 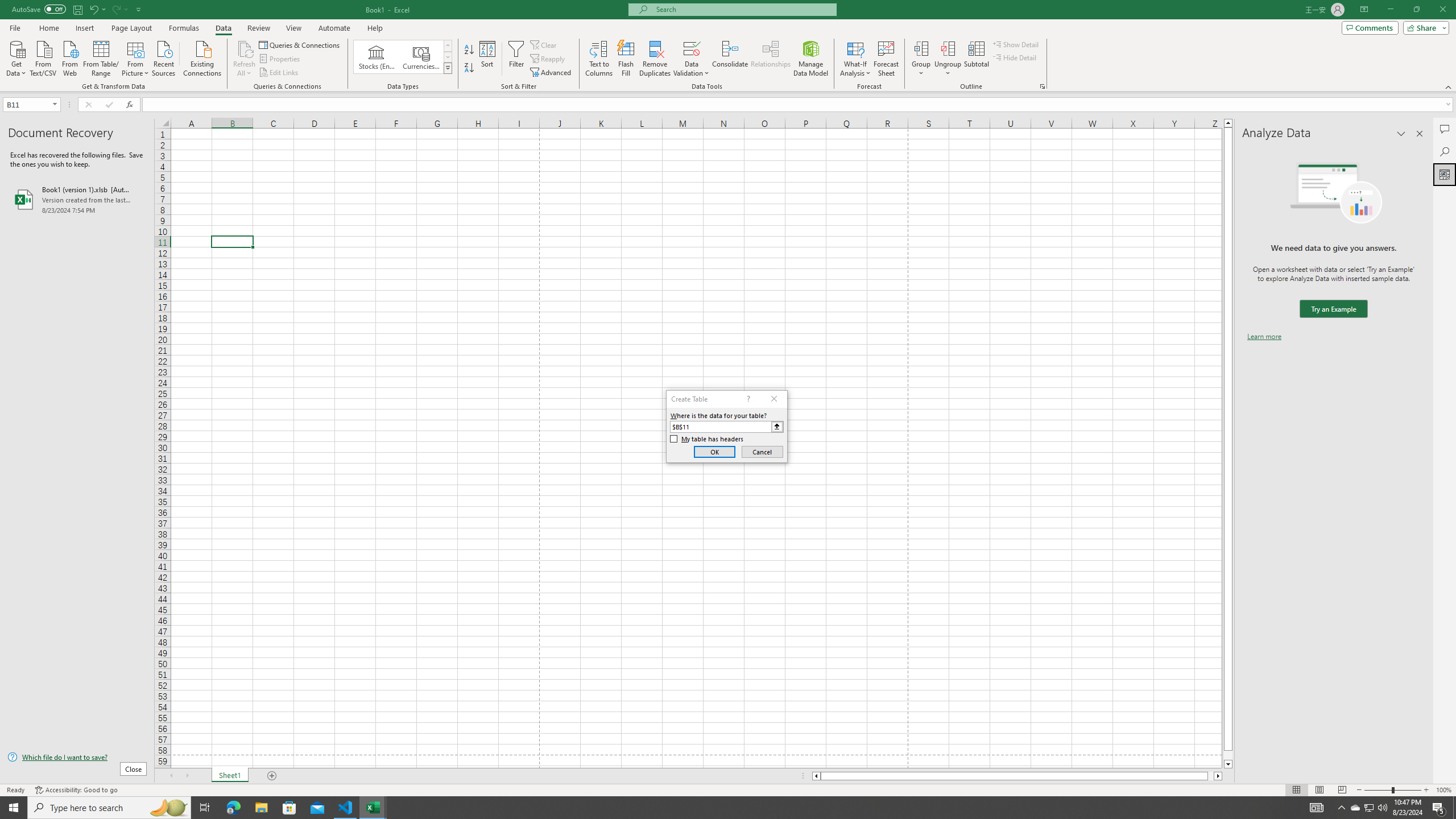 I want to click on 'File Tab', so click(x=14, y=27).